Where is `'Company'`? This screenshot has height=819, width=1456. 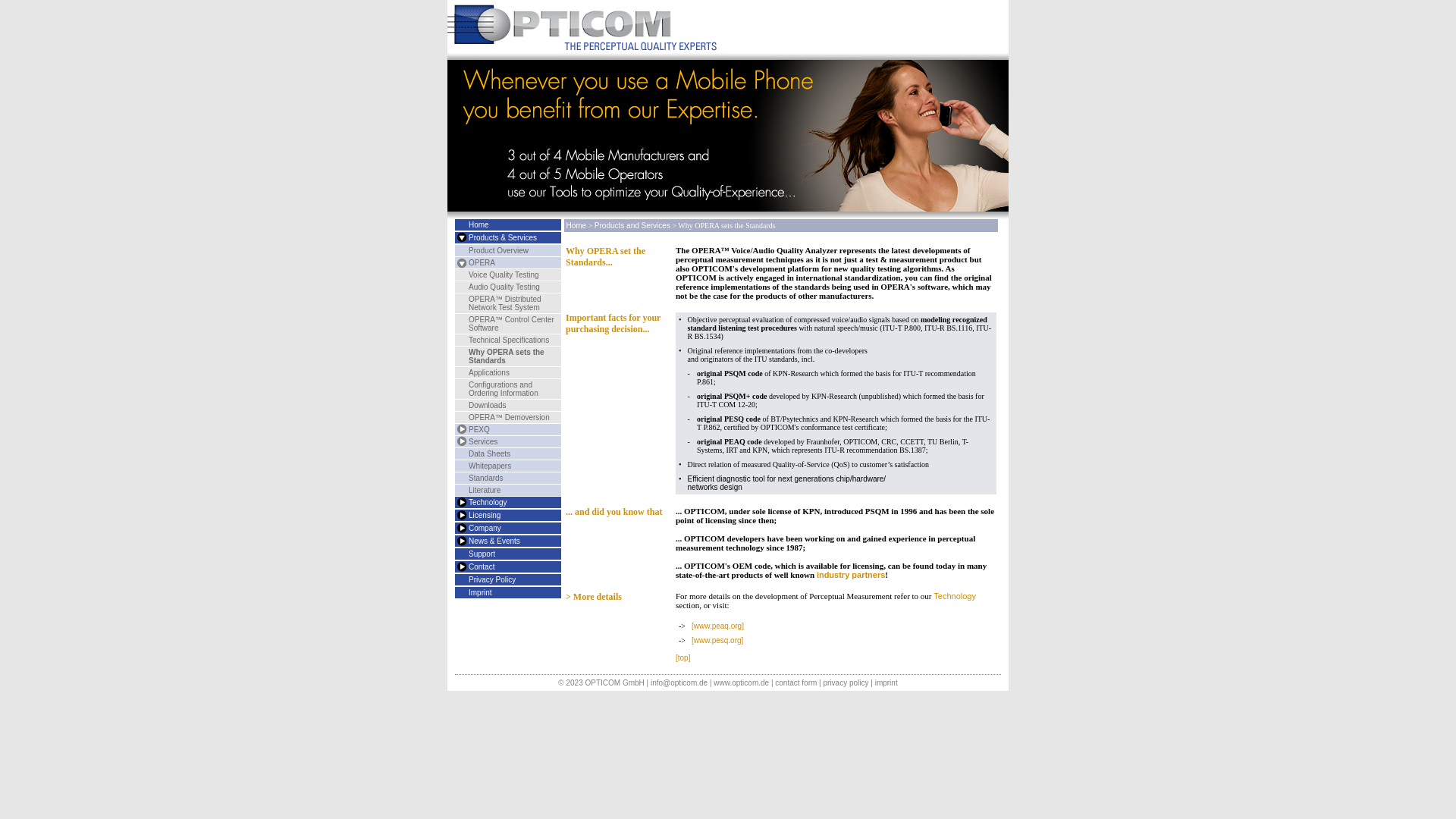 'Company' is located at coordinates (484, 527).